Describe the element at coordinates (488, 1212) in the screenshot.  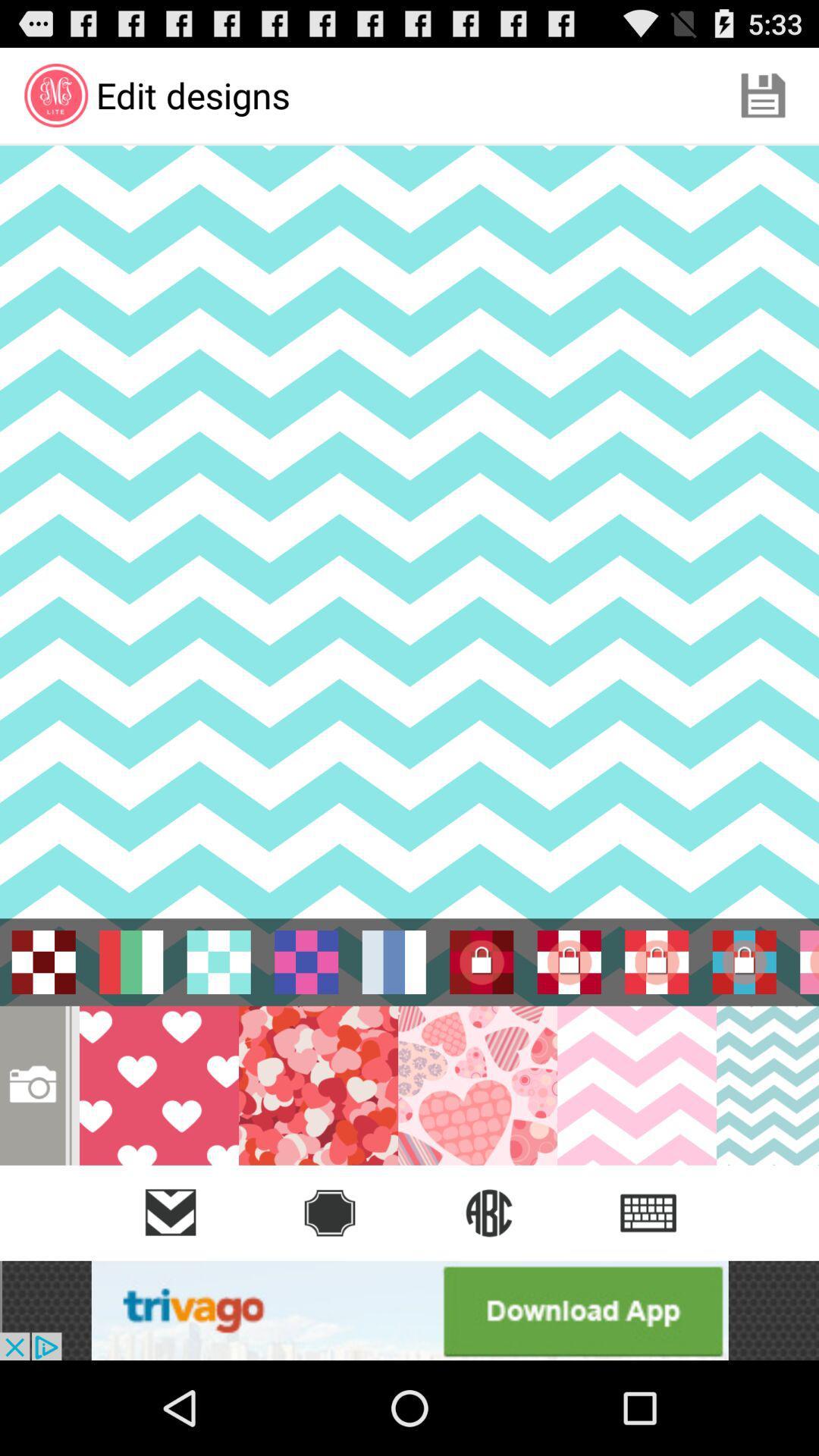
I see `abc symbol` at that location.